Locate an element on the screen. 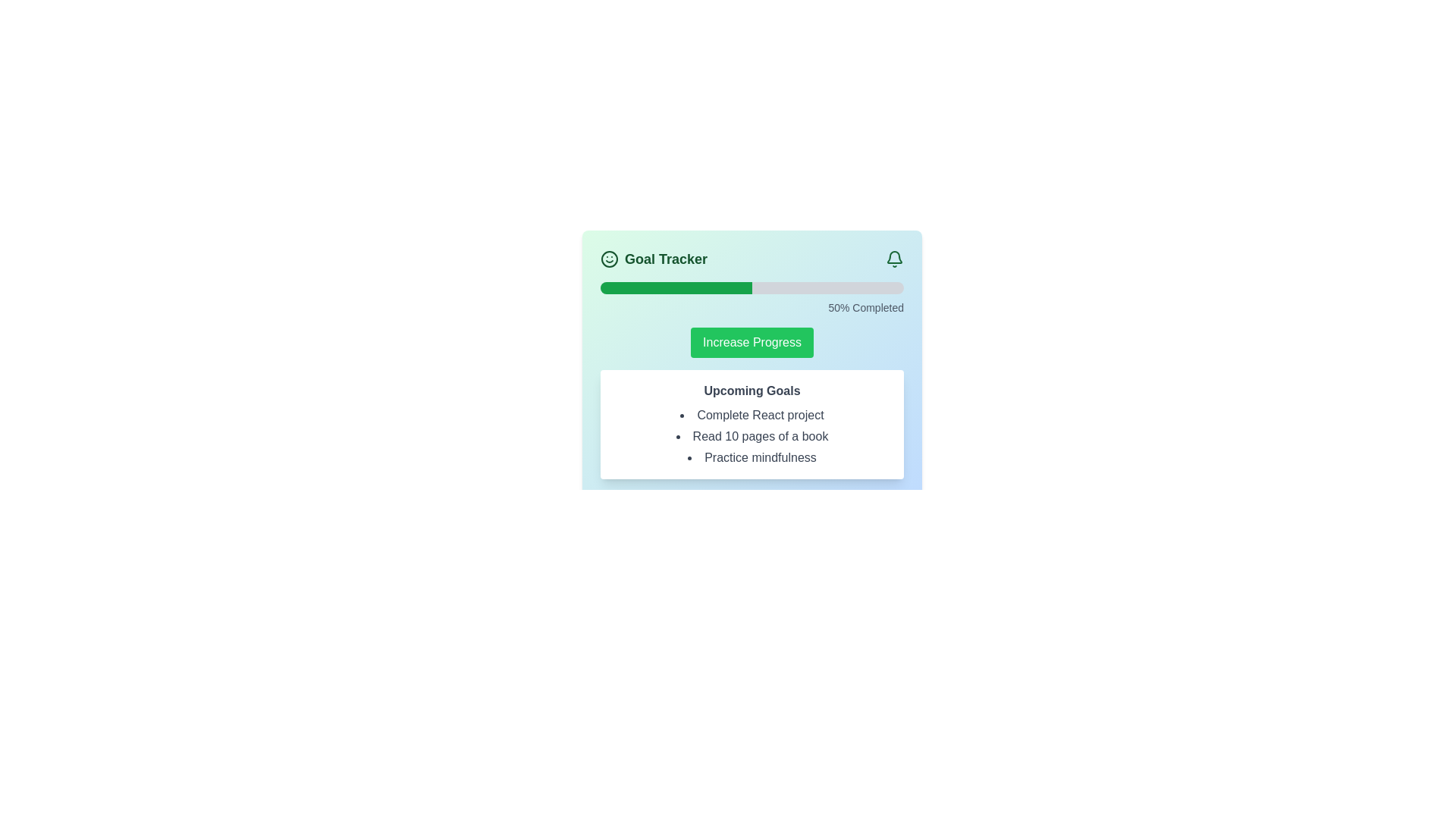 This screenshot has height=819, width=1456. the 'Increase Progress' button, which is a rectangular button with a green background and white text, to observe the hover effect is located at coordinates (752, 342).